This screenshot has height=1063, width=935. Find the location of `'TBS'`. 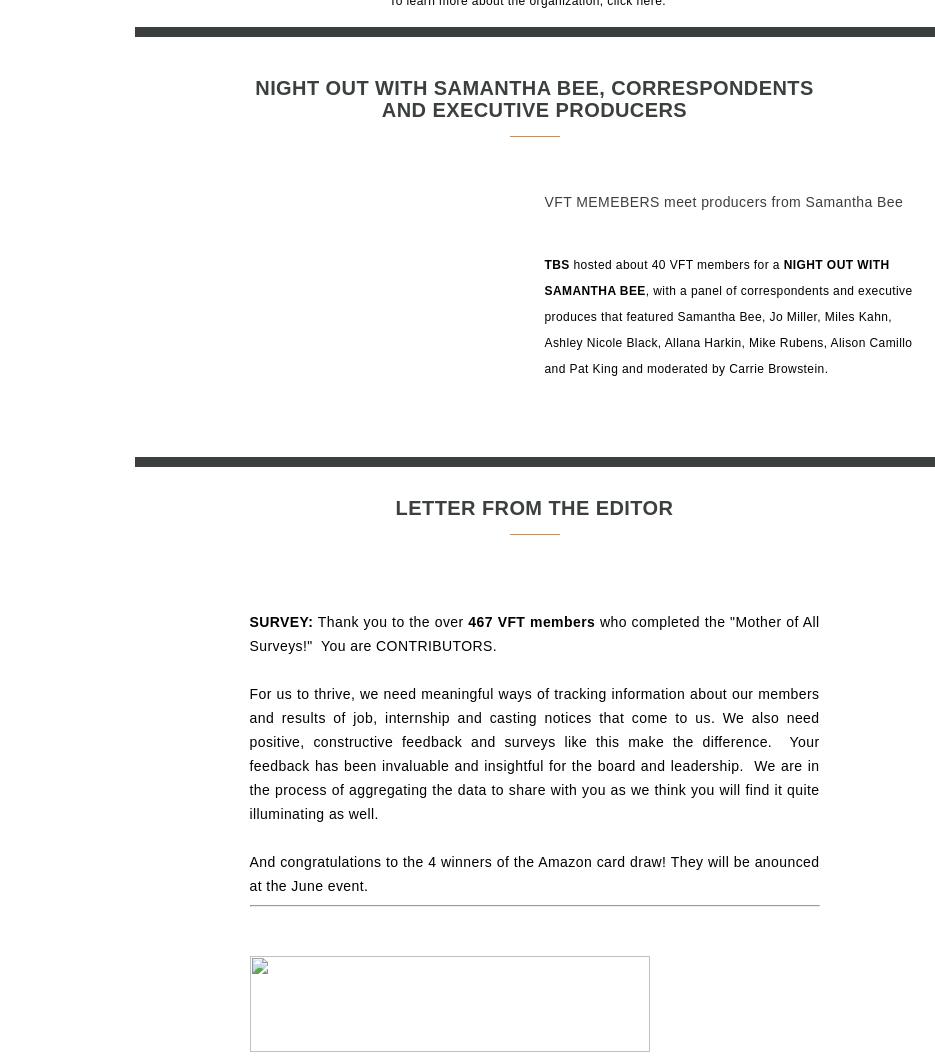

'TBS' is located at coordinates (558, 264).